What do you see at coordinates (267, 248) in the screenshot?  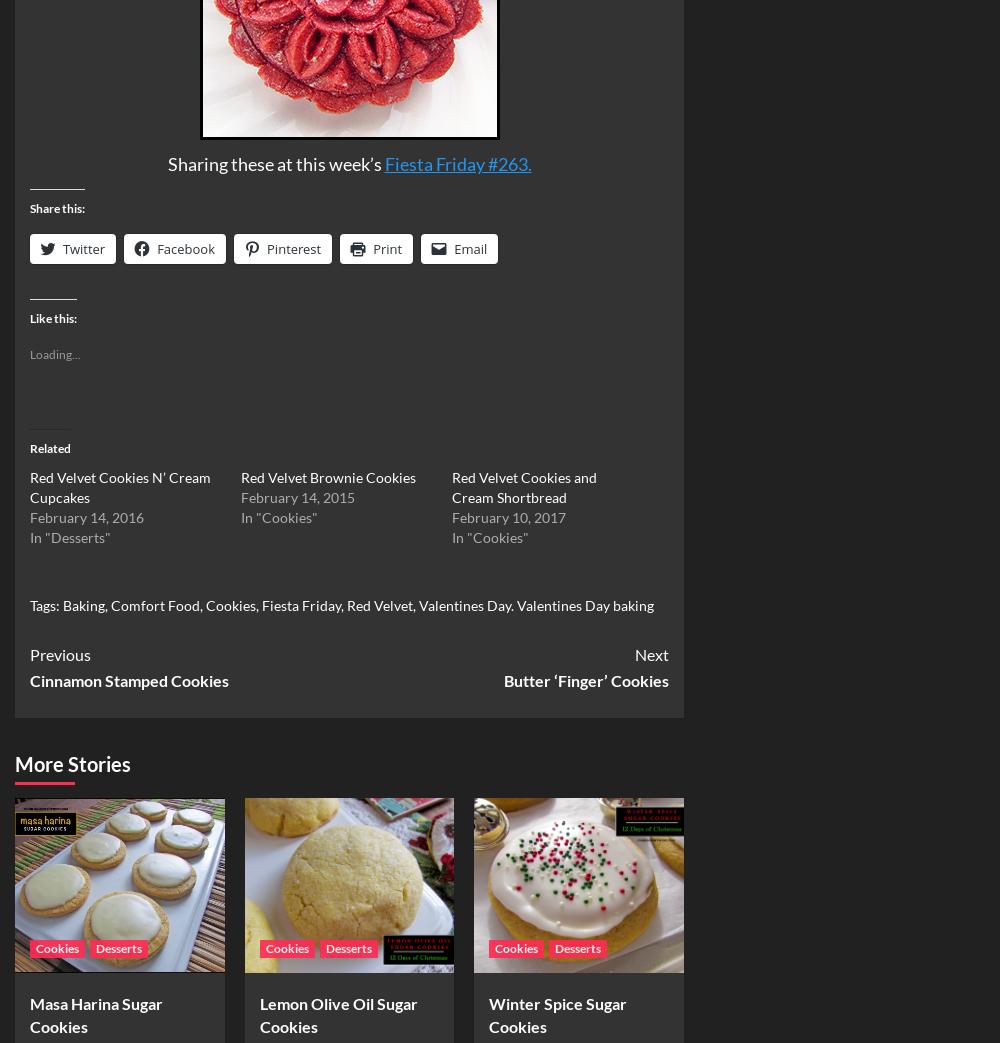 I see `'Pinterest'` at bounding box center [267, 248].